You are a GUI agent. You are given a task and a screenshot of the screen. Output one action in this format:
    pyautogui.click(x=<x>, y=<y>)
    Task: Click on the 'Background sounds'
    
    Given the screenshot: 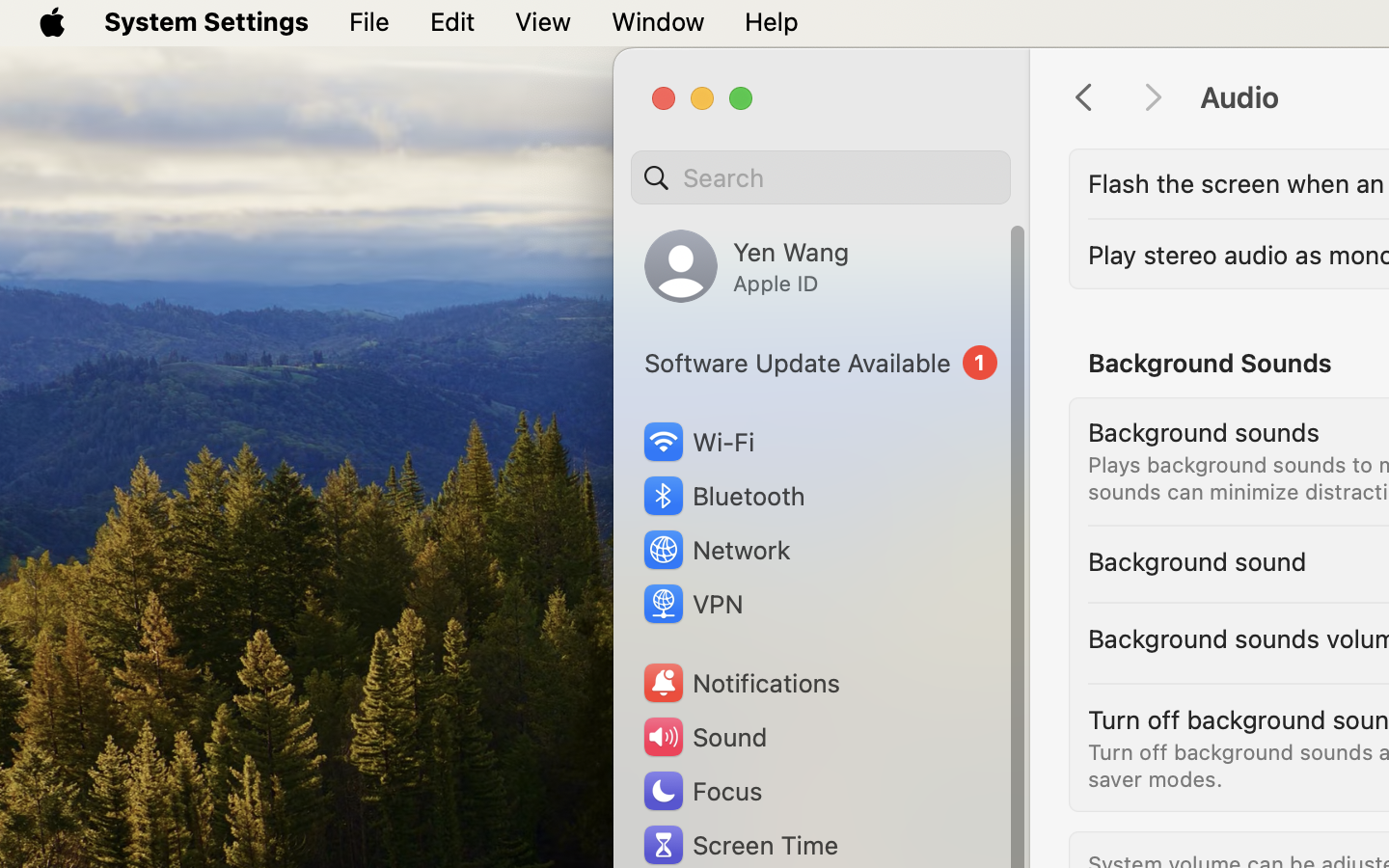 What is the action you would take?
    pyautogui.click(x=1203, y=432)
    